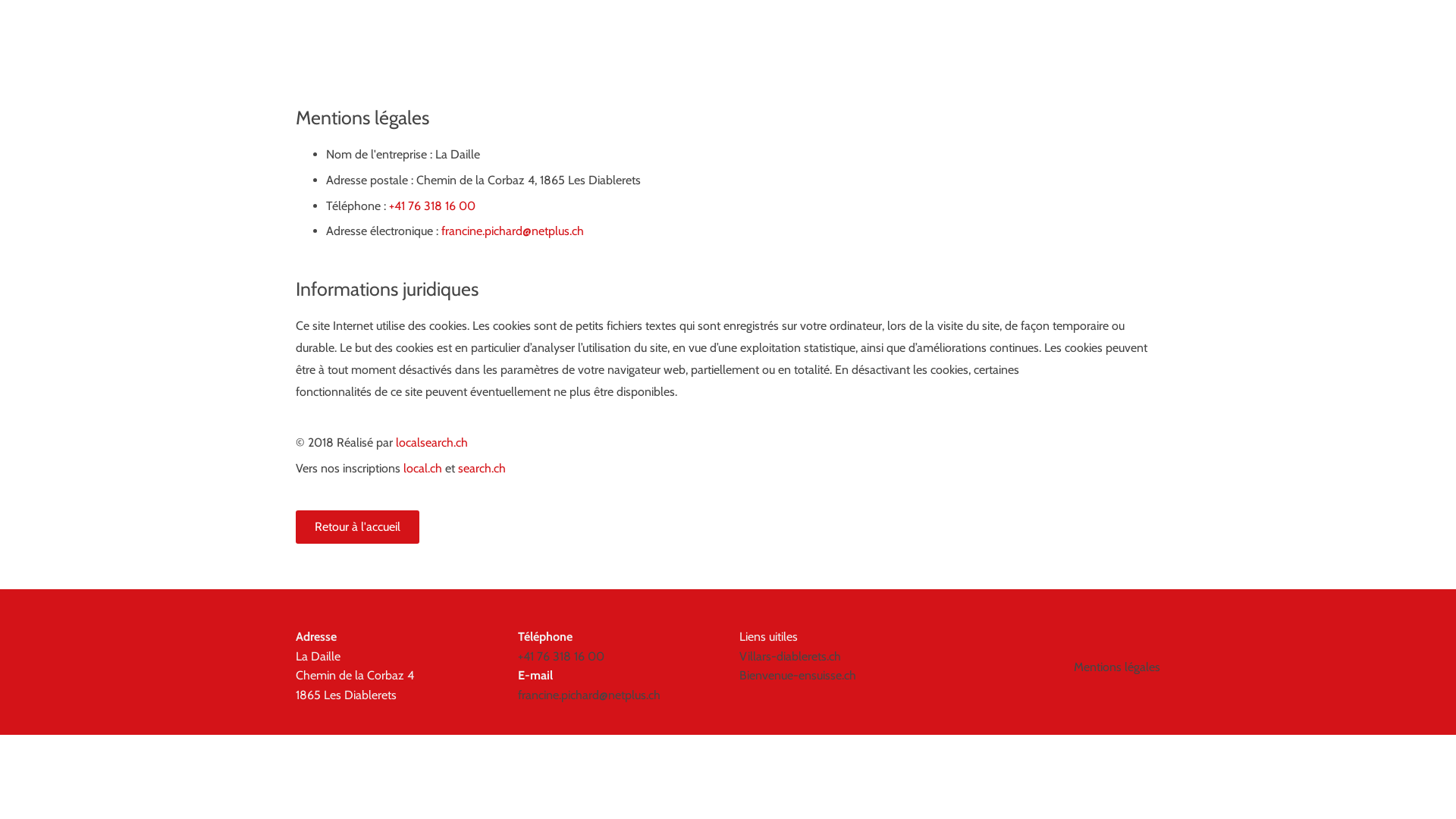  What do you see at coordinates (389, 206) in the screenshot?
I see `'+41 76 318 16 00'` at bounding box center [389, 206].